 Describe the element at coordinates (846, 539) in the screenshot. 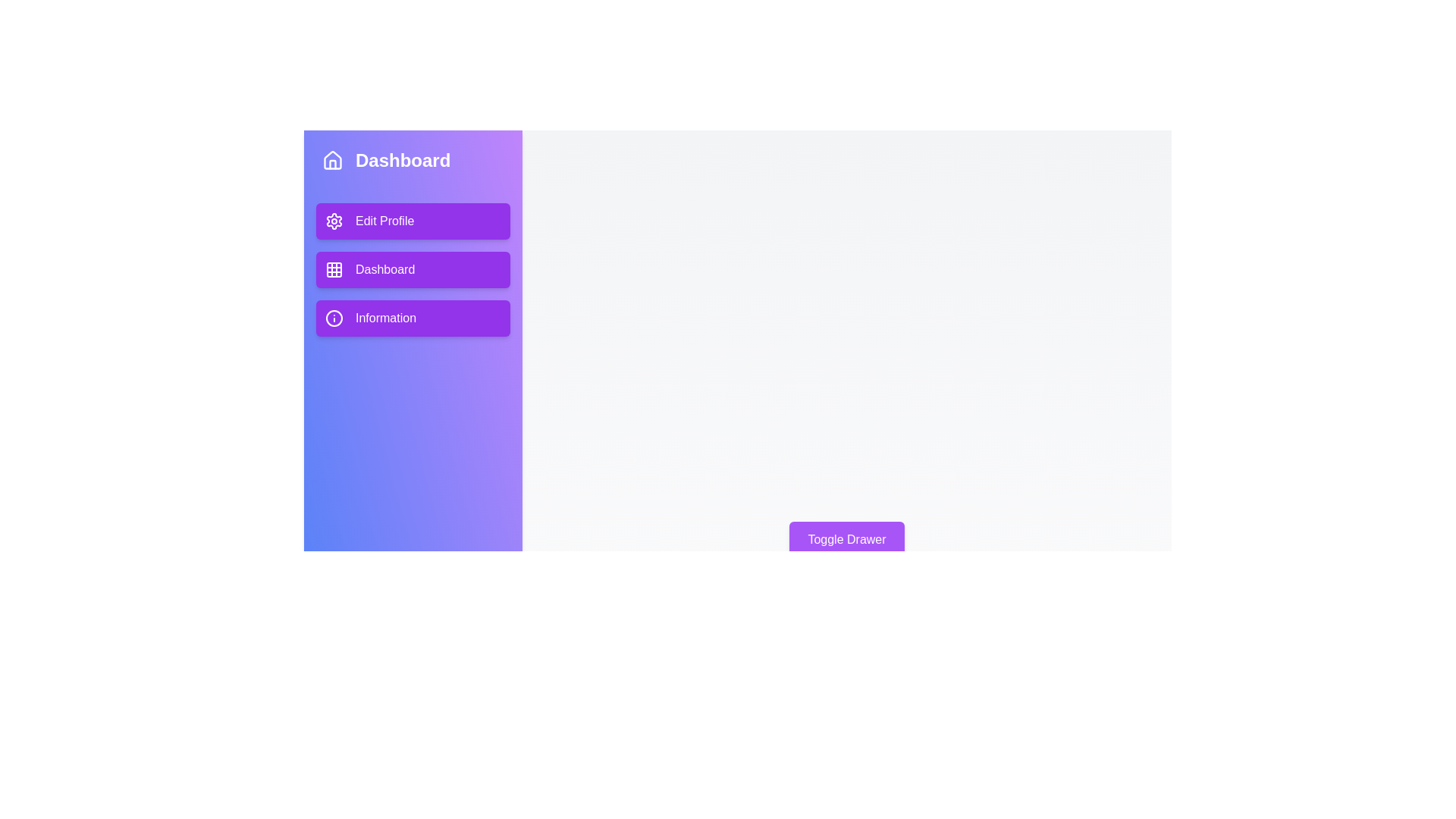

I see `'Toggle Drawer' button to toggle the drawer visibility` at that location.